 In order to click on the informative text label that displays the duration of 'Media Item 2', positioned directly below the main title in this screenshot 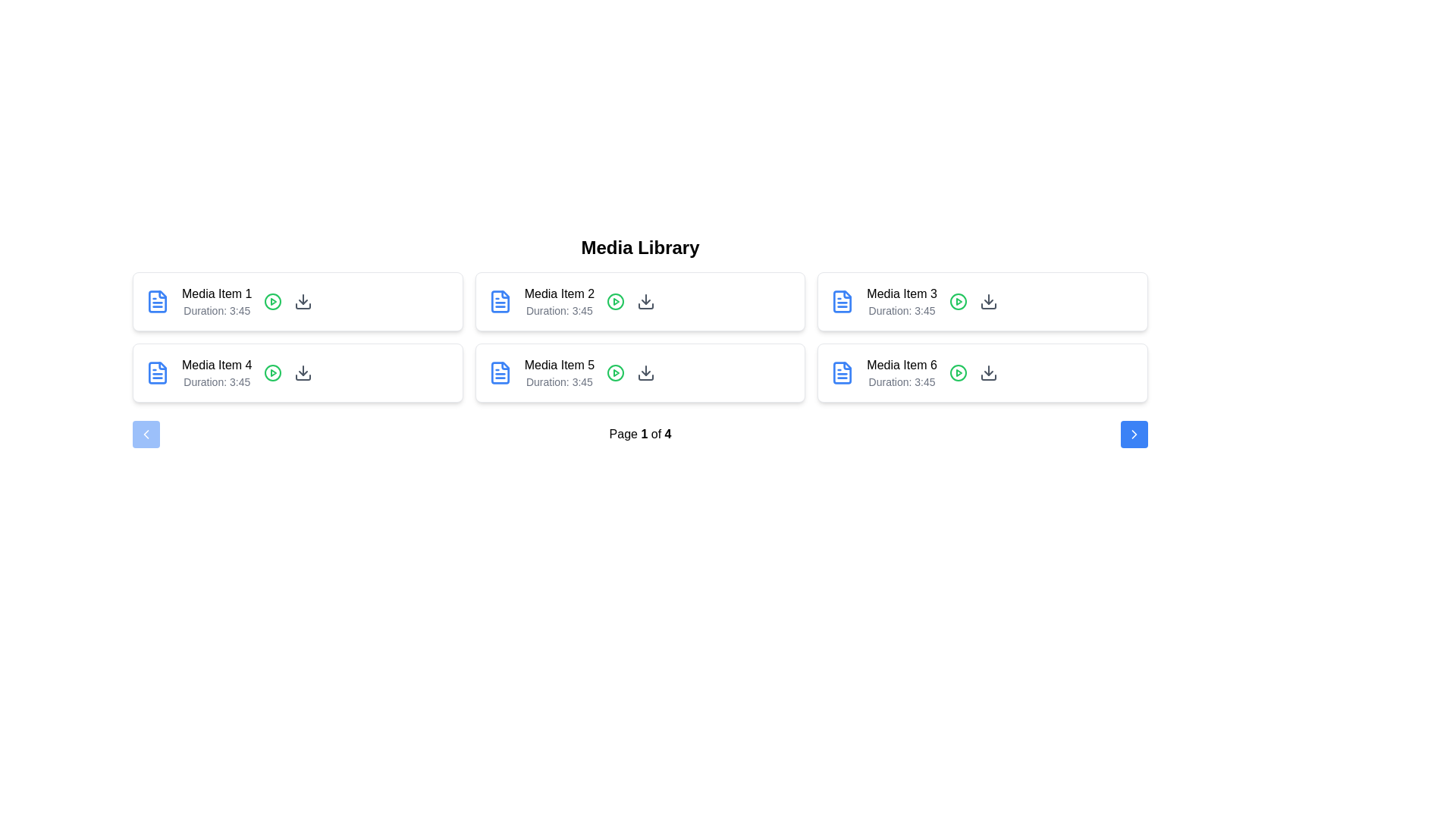, I will do `click(558, 309)`.